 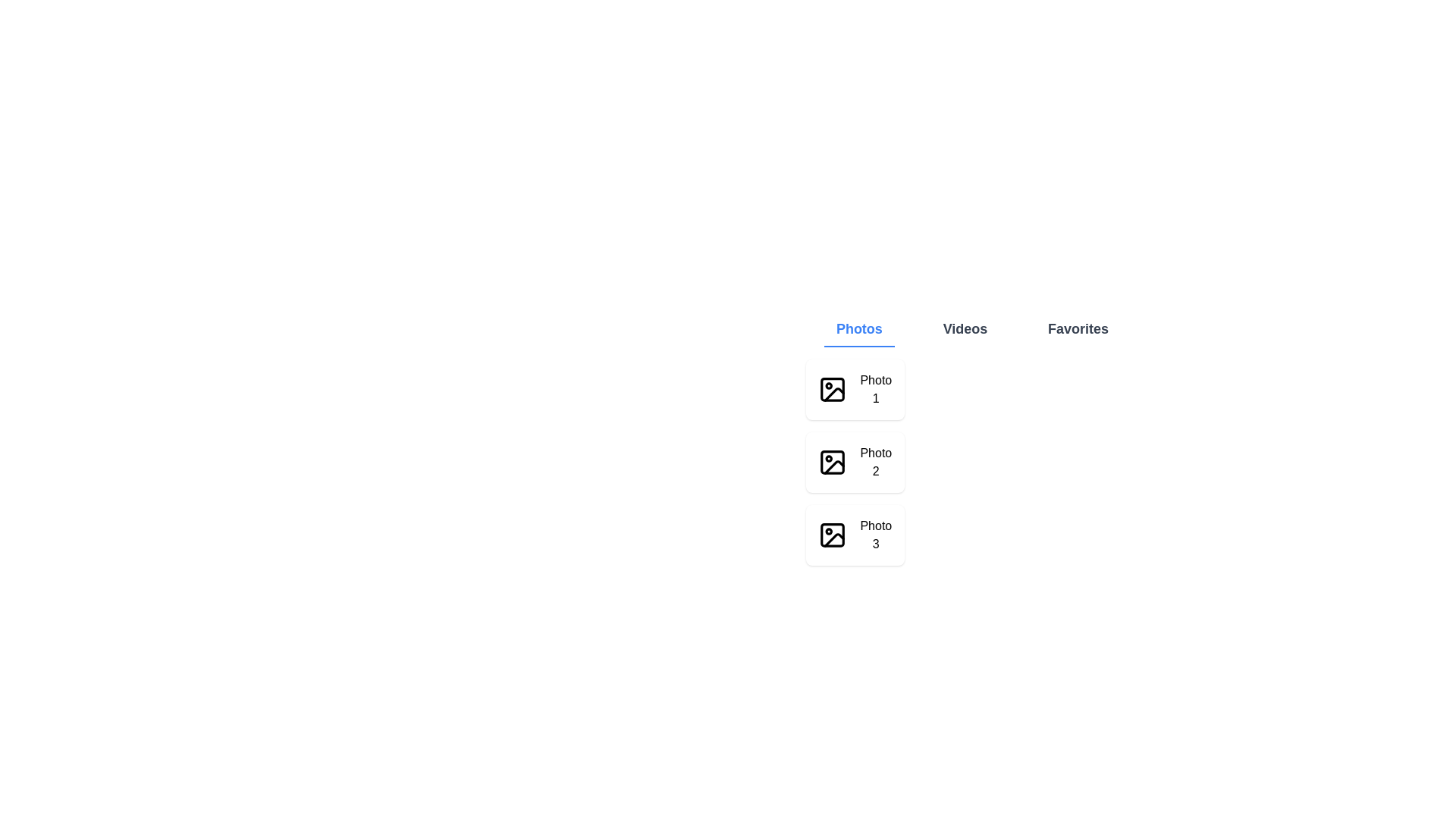 I want to click on the first photo thumbnail icon located under the 'Photos' tab, so click(x=832, y=388).